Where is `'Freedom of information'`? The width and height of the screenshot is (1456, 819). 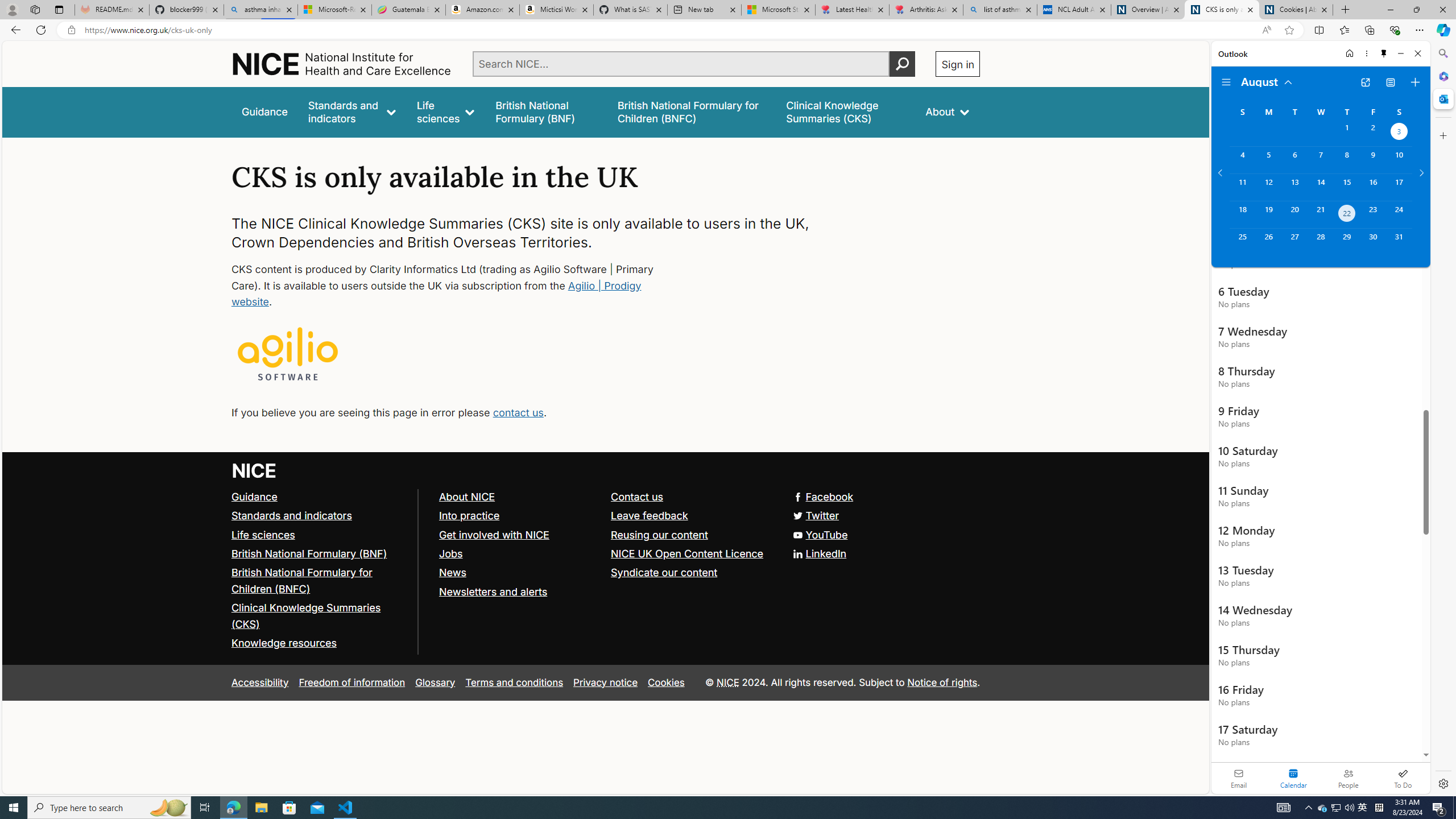
'Freedom of information' is located at coordinates (352, 682).